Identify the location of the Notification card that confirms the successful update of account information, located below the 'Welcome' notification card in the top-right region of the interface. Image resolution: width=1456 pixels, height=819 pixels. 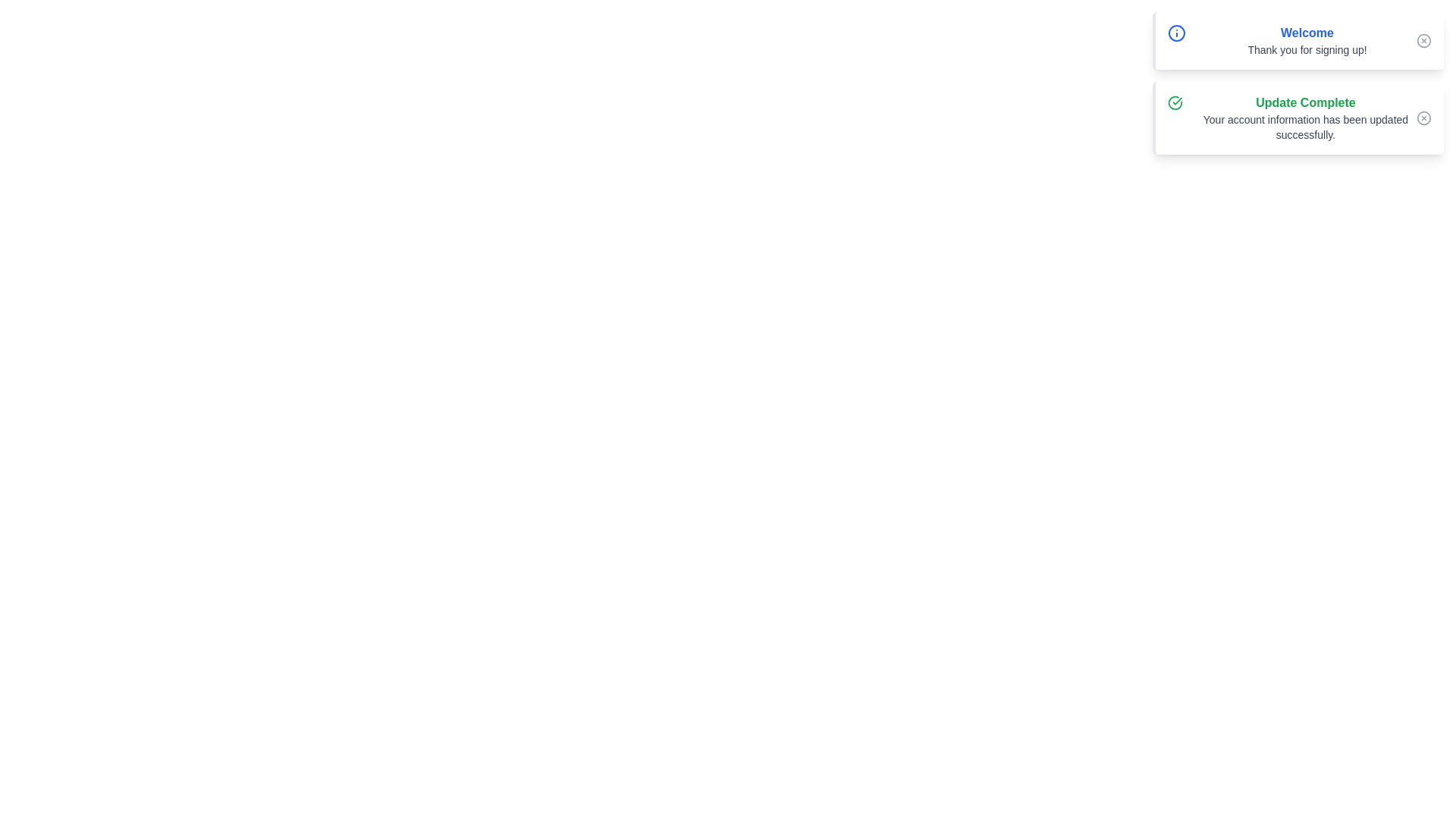
(1298, 117).